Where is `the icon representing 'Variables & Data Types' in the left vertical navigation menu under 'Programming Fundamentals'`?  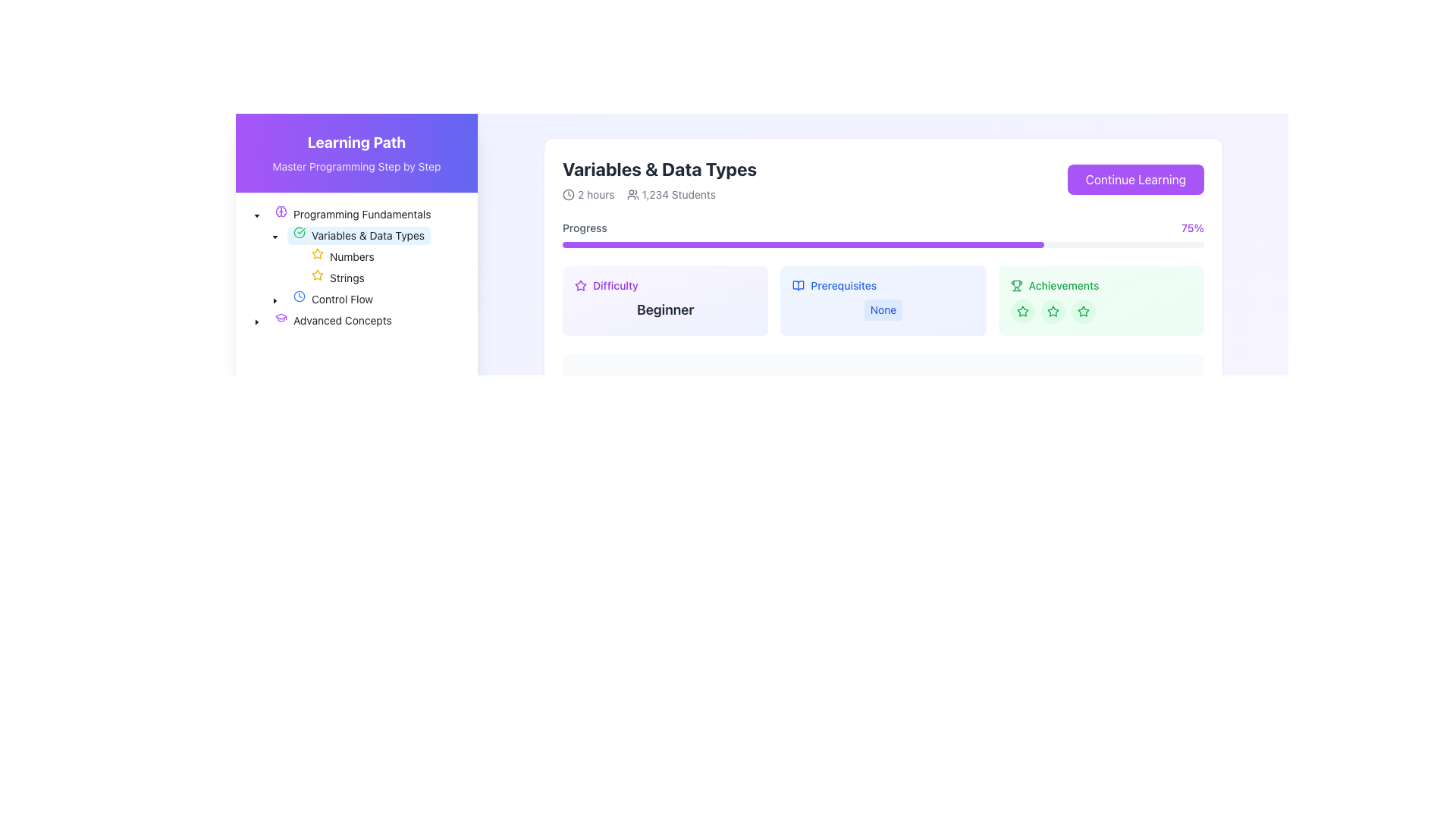 the icon representing 'Variables & Data Types' in the left vertical navigation menu under 'Programming Fundamentals' is located at coordinates (281, 317).